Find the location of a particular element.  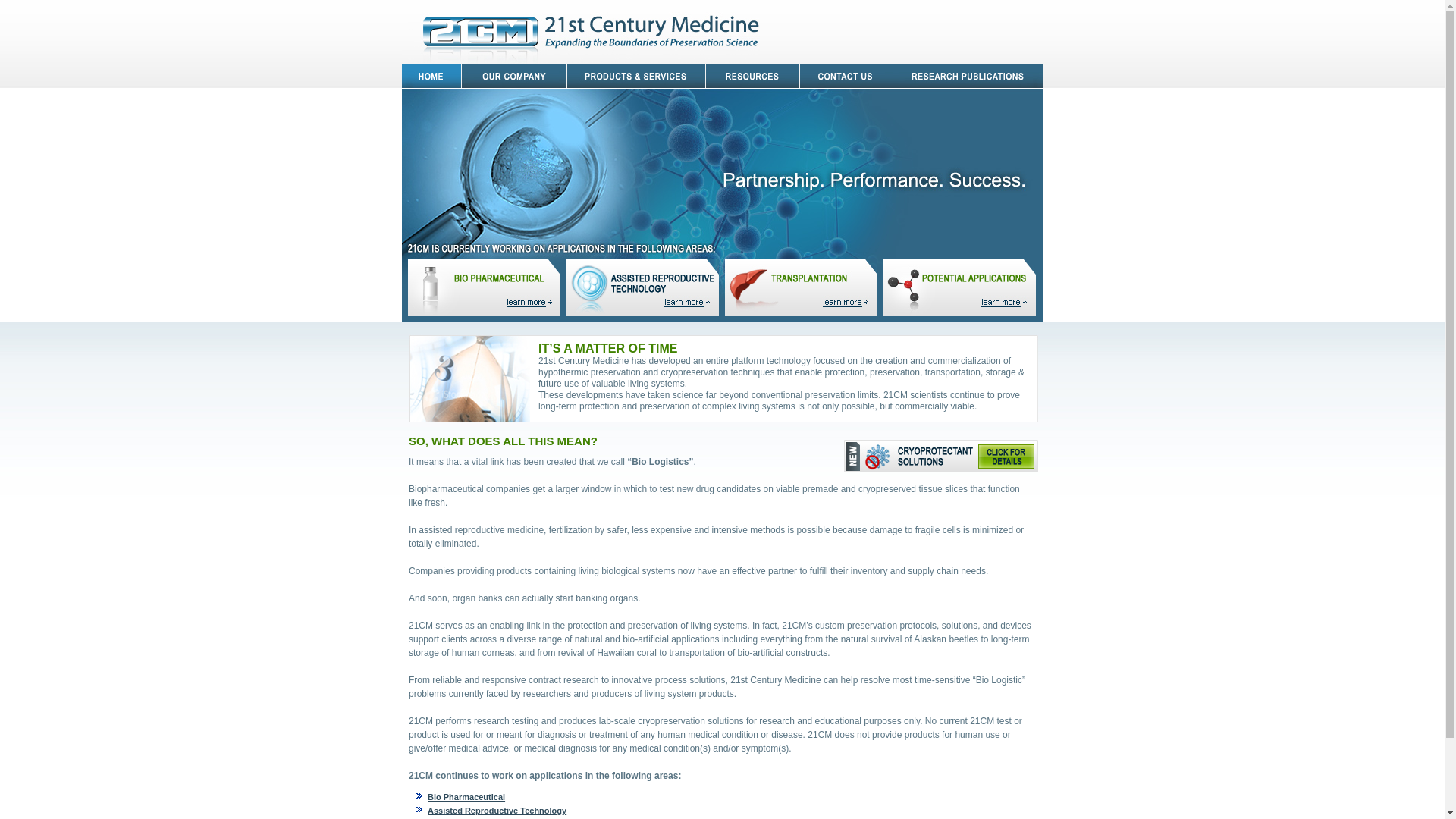

'Our Company' is located at coordinates (461, 76).